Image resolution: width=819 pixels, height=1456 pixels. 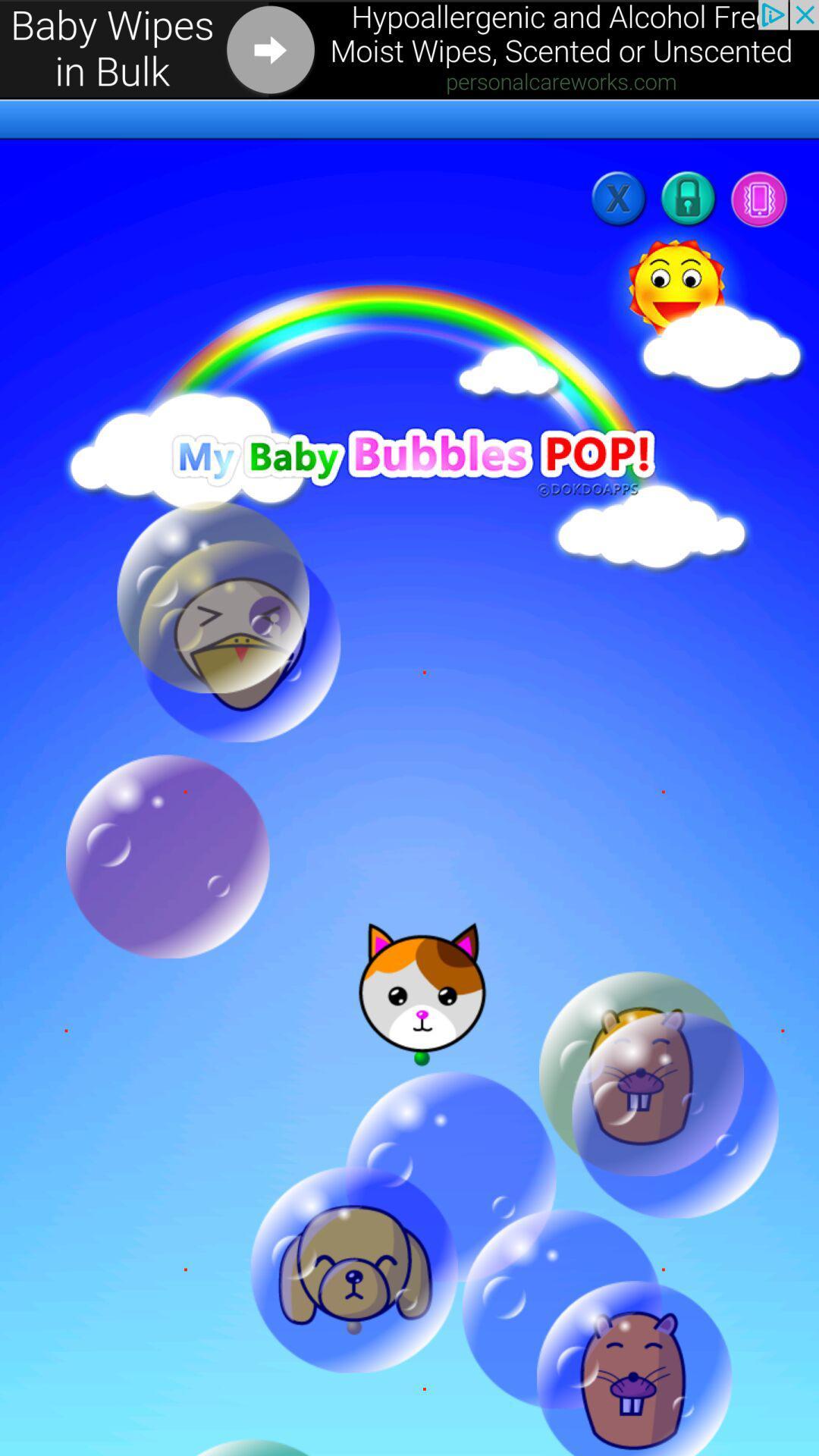 What do you see at coordinates (619, 198) in the screenshot?
I see `the close icon` at bounding box center [619, 198].